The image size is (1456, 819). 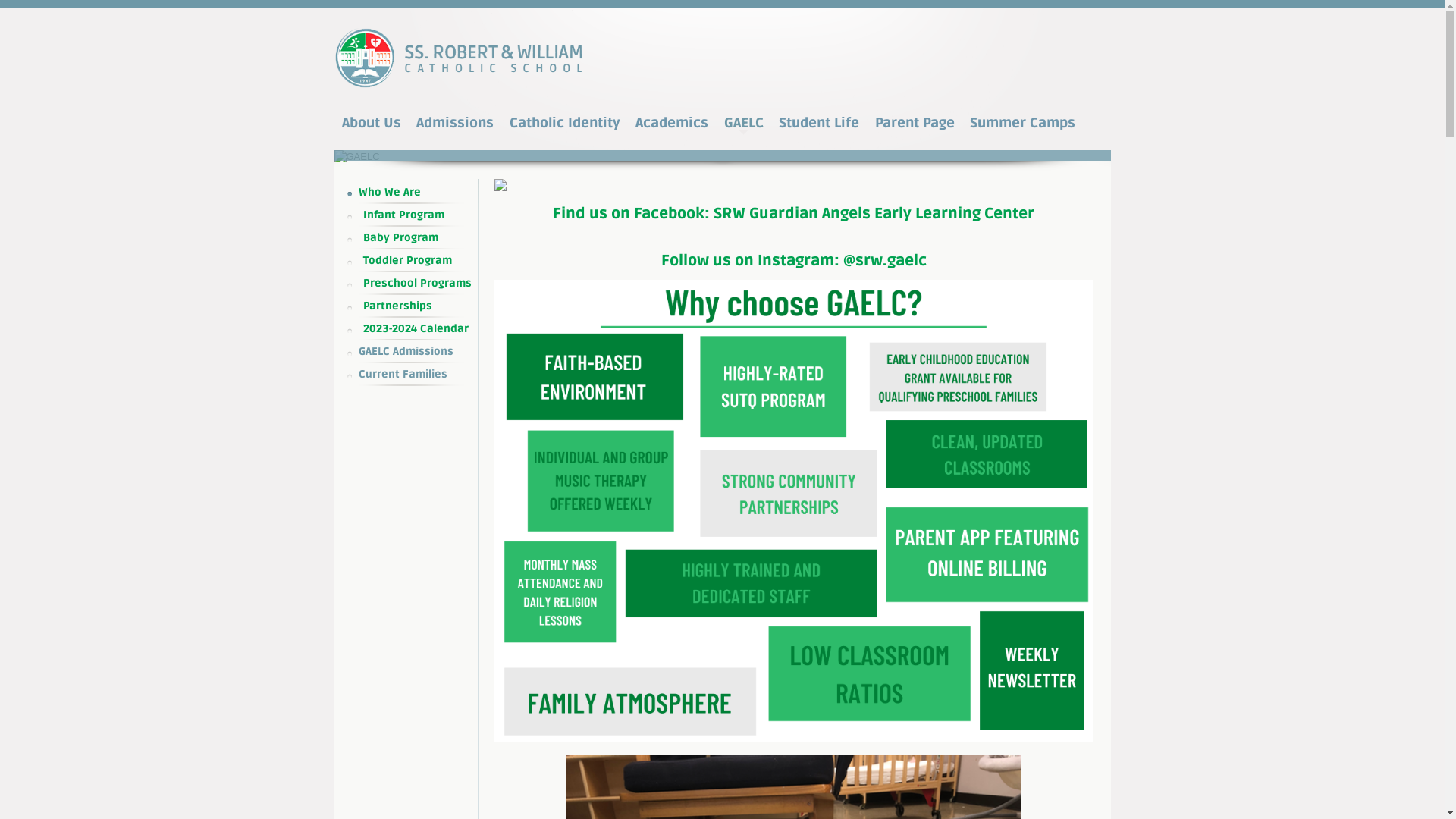 I want to click on 'Partnerships', so click(x=416, y=306).